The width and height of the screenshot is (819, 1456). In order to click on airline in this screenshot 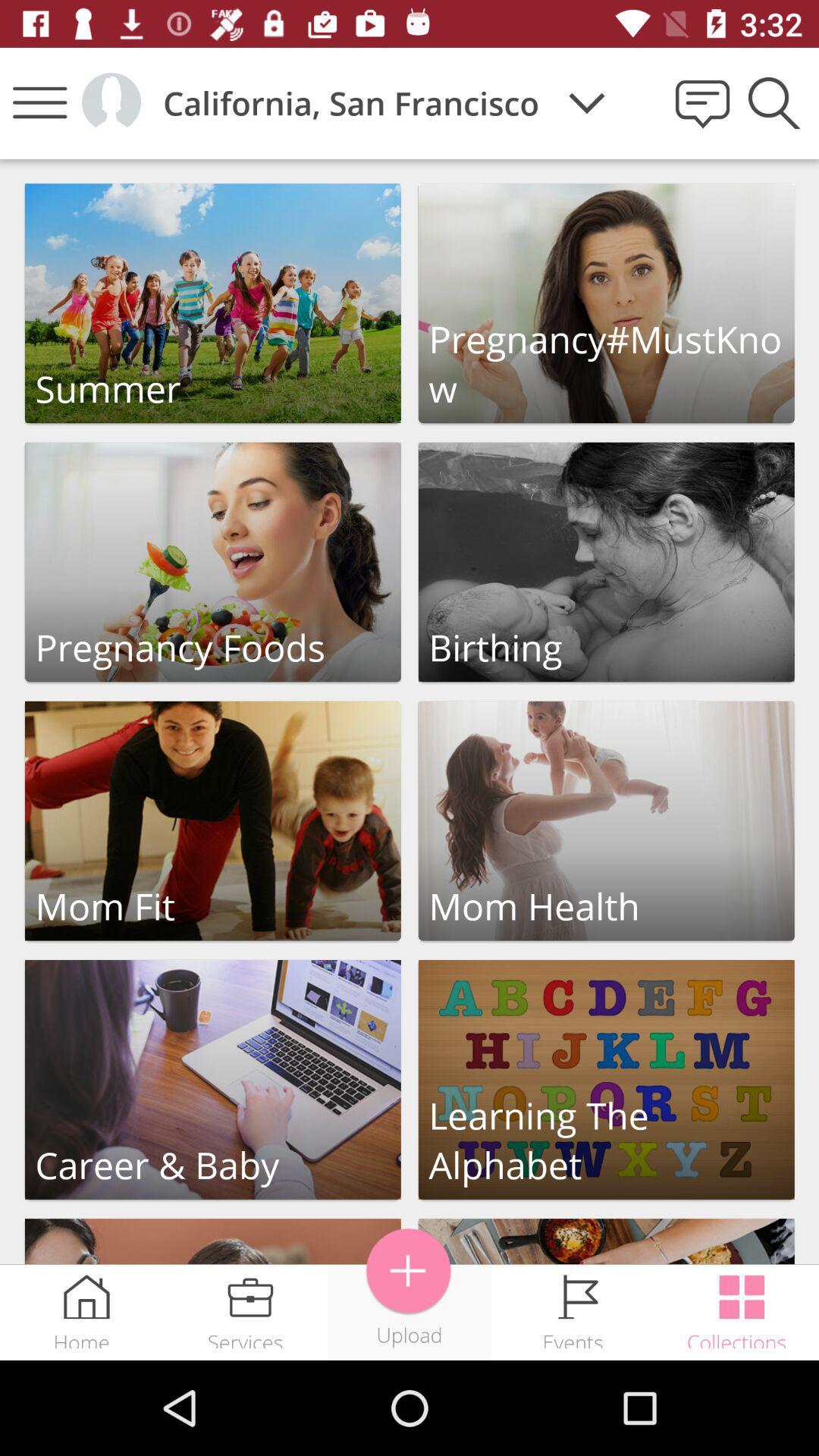, I will do `click(408, 1271)`.